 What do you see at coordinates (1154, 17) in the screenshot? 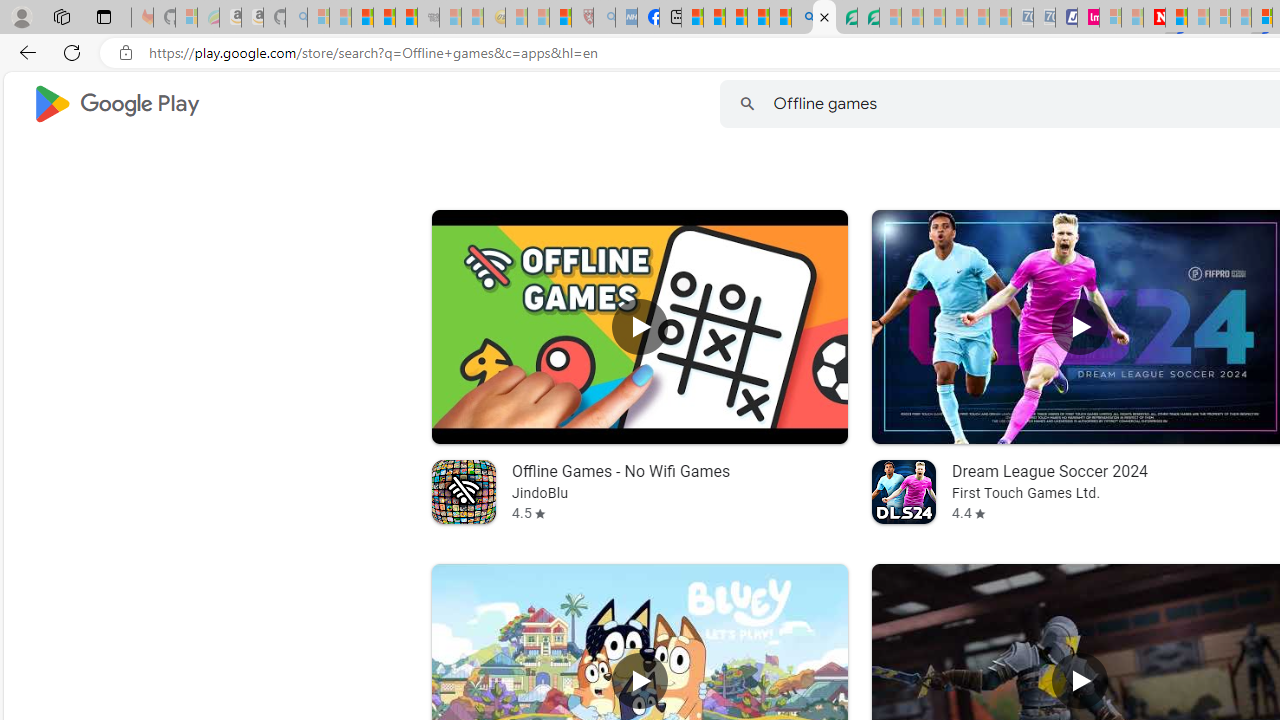
I see `'Latest Politics News & Archive | Newsweek.com'` at bounding box center [1154, 17].